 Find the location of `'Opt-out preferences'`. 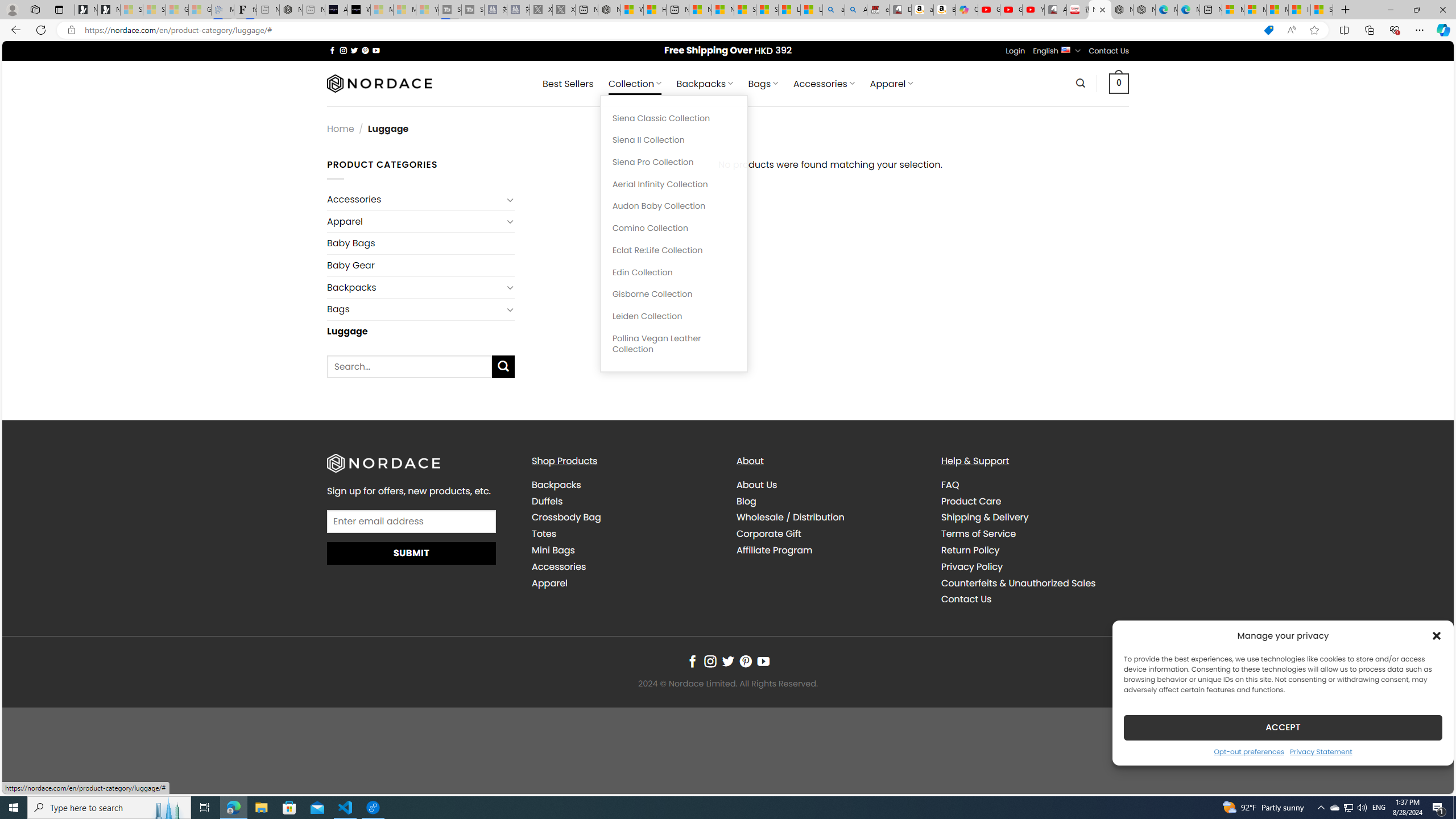

'Opt-out preferences' is located at coordinates (1249, 751).